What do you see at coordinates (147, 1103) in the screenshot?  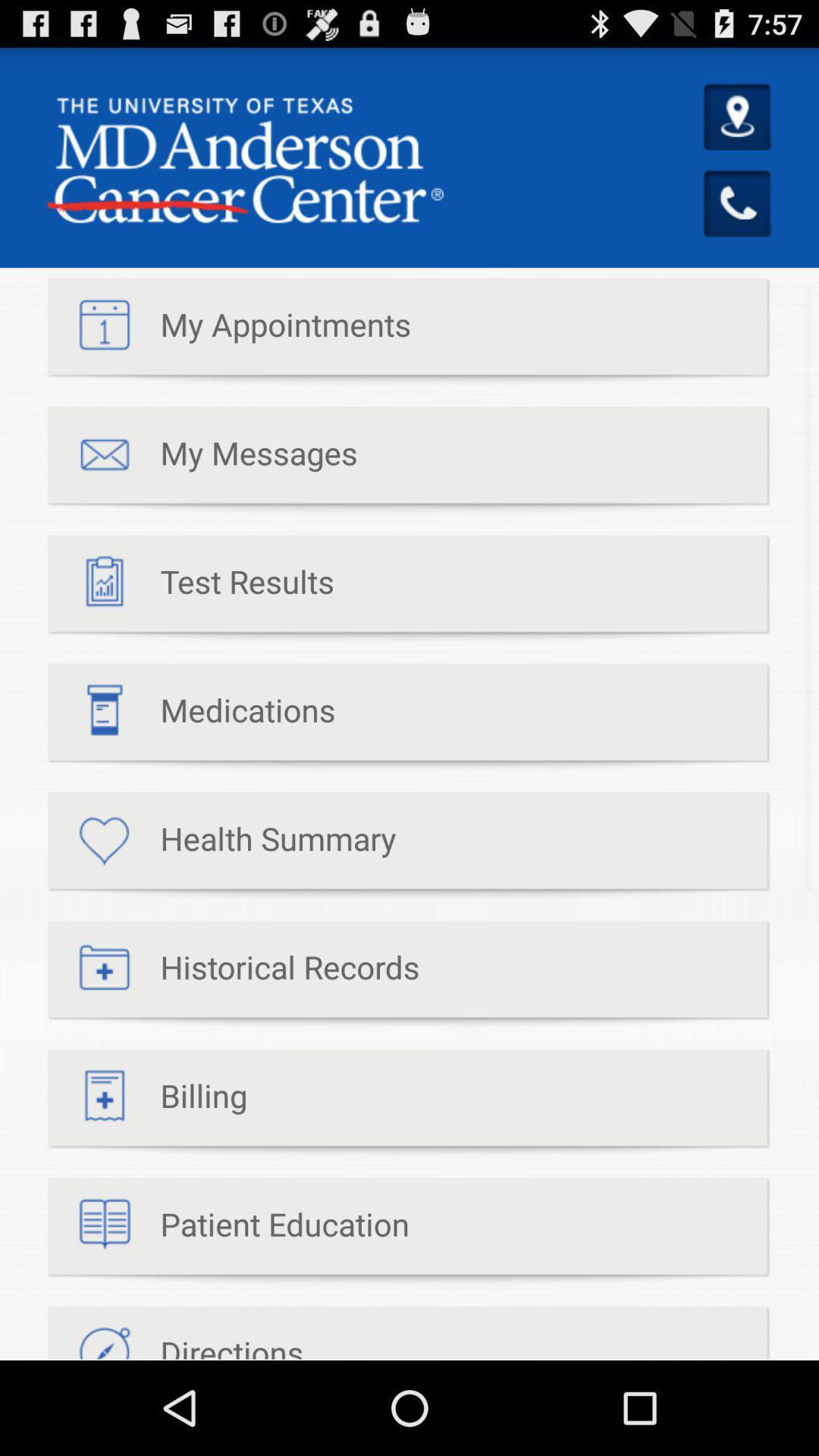 I see `billing item` at bounding box center [147, 1103].